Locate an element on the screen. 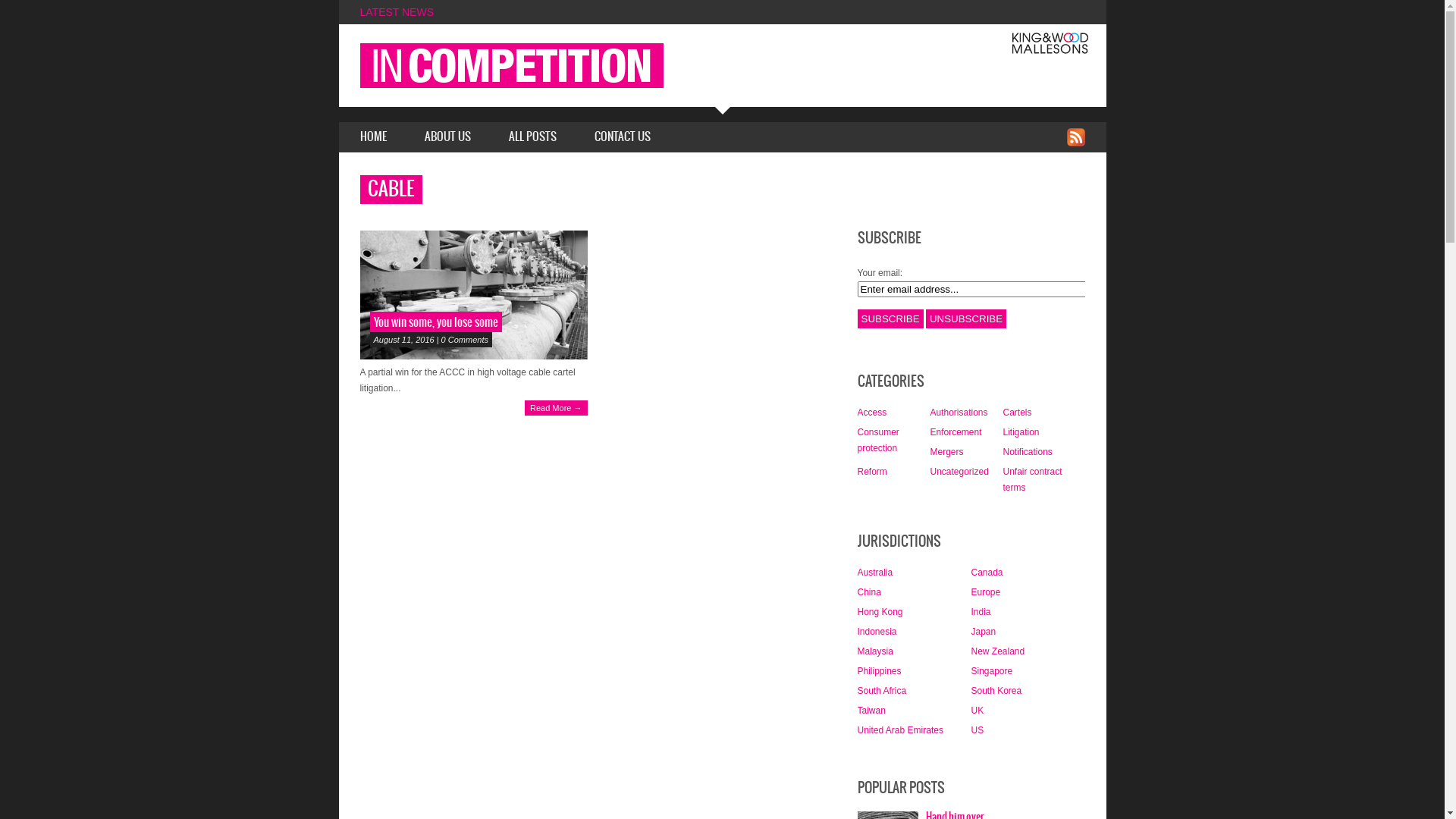 The width and height of the screenshot is (1456, 819). 'UK' is located at coordinates (977, 711).